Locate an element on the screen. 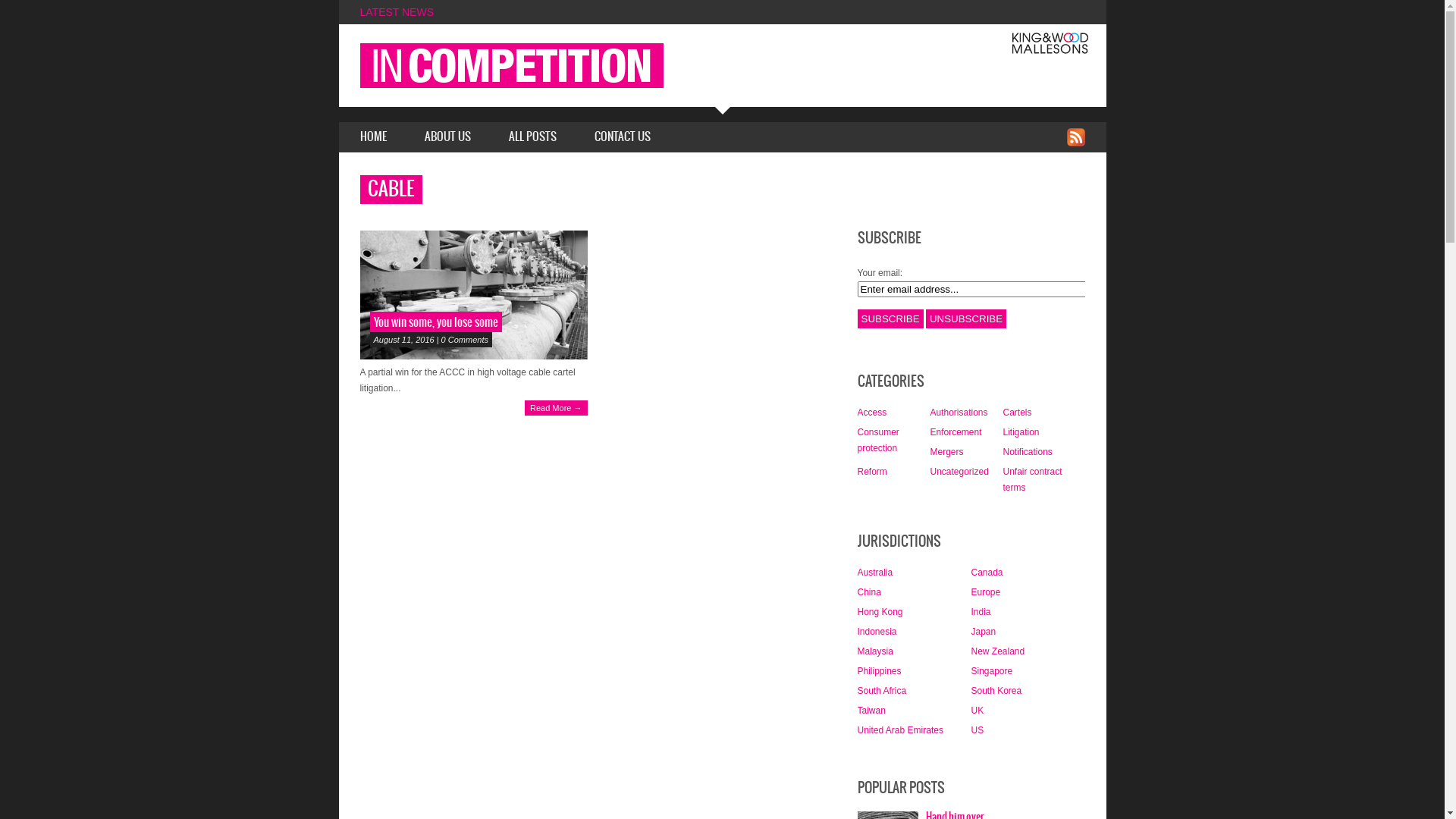 The width and height of the screenshot is (1456, 819). 'UK' is located at coordinates (977, 711).